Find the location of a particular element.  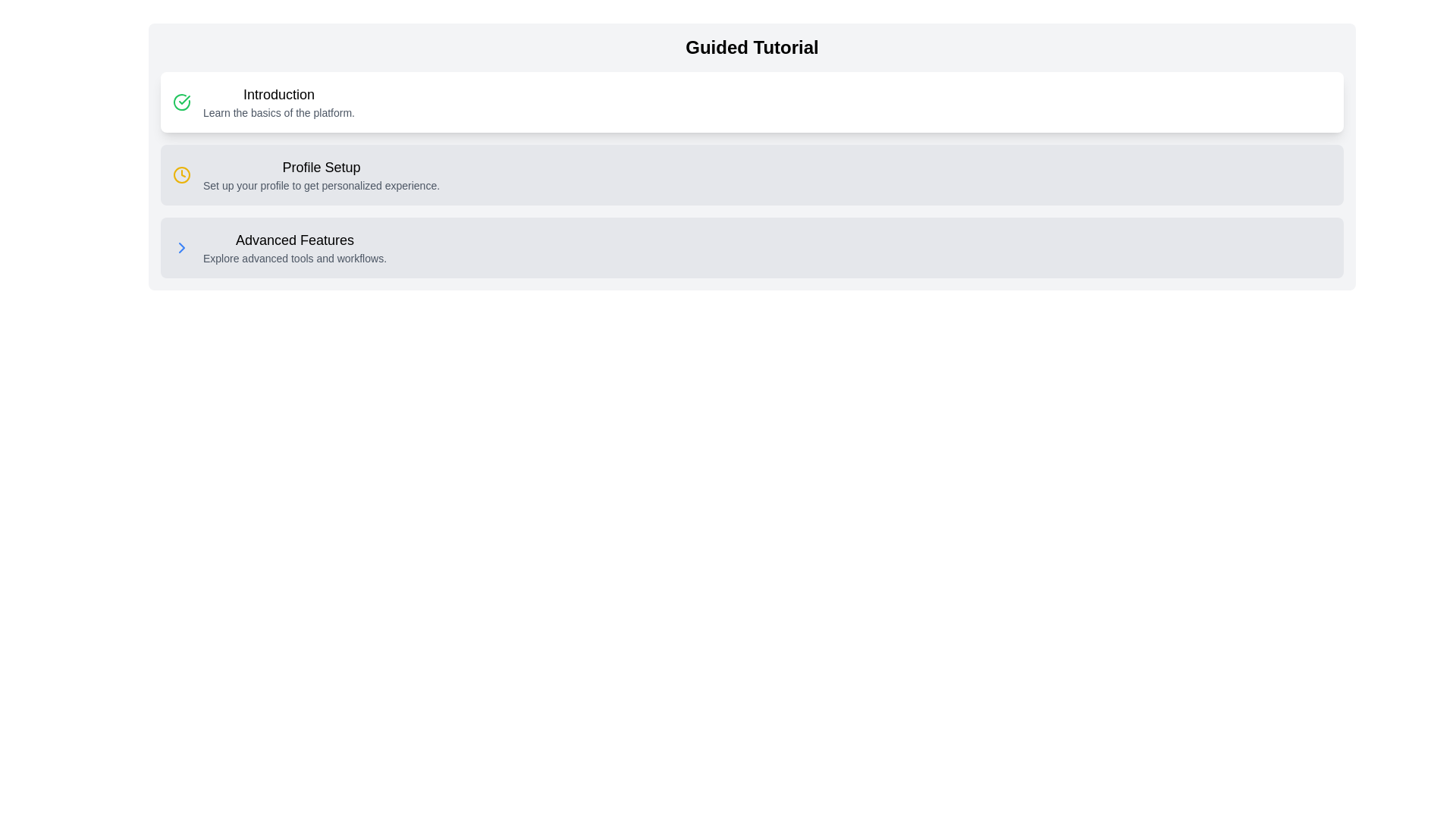

the Clickable Card or Button labeled 'Advanced Features' with a light gray background located in the bottom section of the tutorial steps is located at coordinates (752, 247).